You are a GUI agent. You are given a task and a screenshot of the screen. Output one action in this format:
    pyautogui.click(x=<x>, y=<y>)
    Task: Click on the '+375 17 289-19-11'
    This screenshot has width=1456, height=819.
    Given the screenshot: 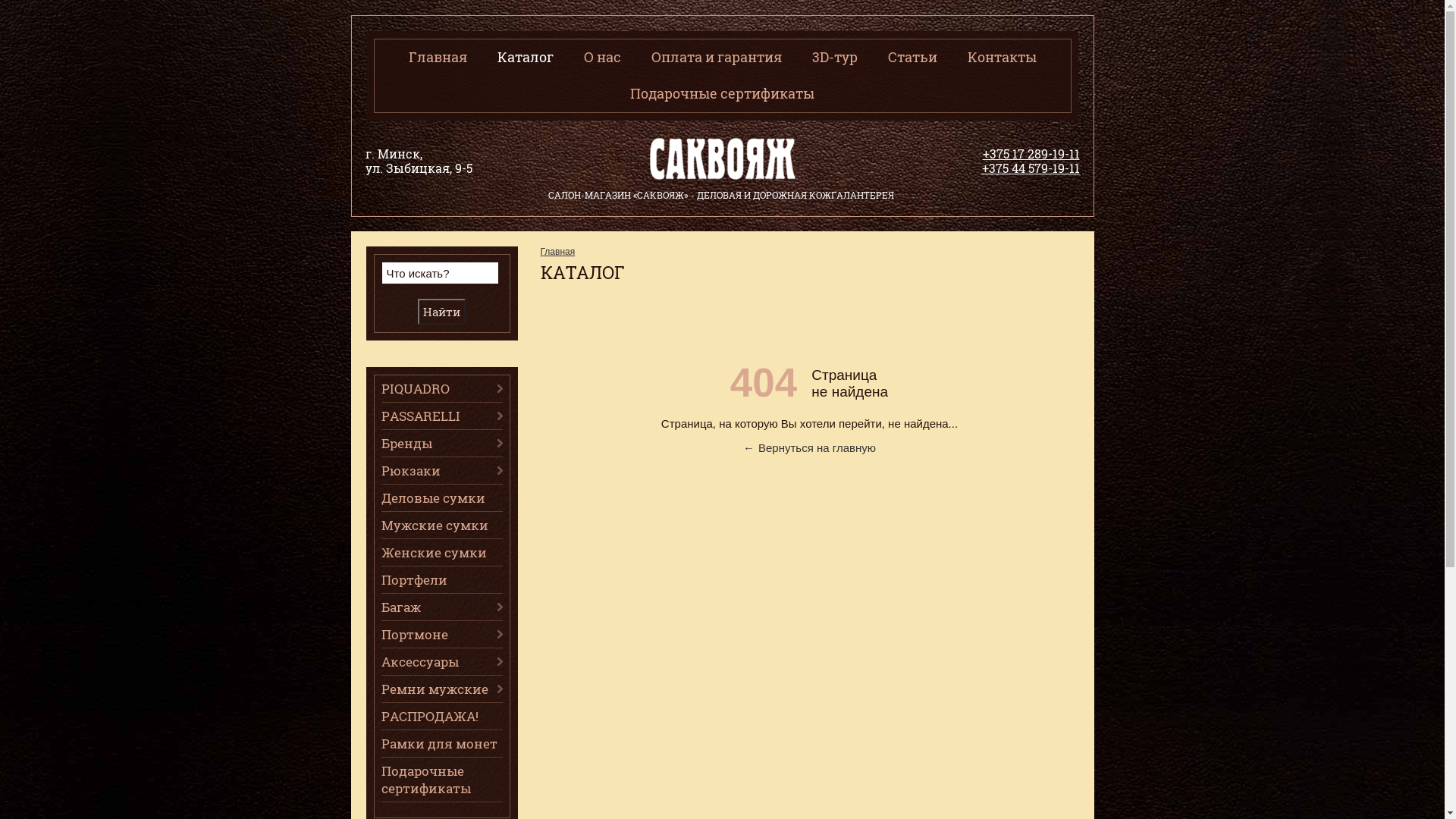 What is the action you would take?
    pyautogui.click(x=983, y=153)
    